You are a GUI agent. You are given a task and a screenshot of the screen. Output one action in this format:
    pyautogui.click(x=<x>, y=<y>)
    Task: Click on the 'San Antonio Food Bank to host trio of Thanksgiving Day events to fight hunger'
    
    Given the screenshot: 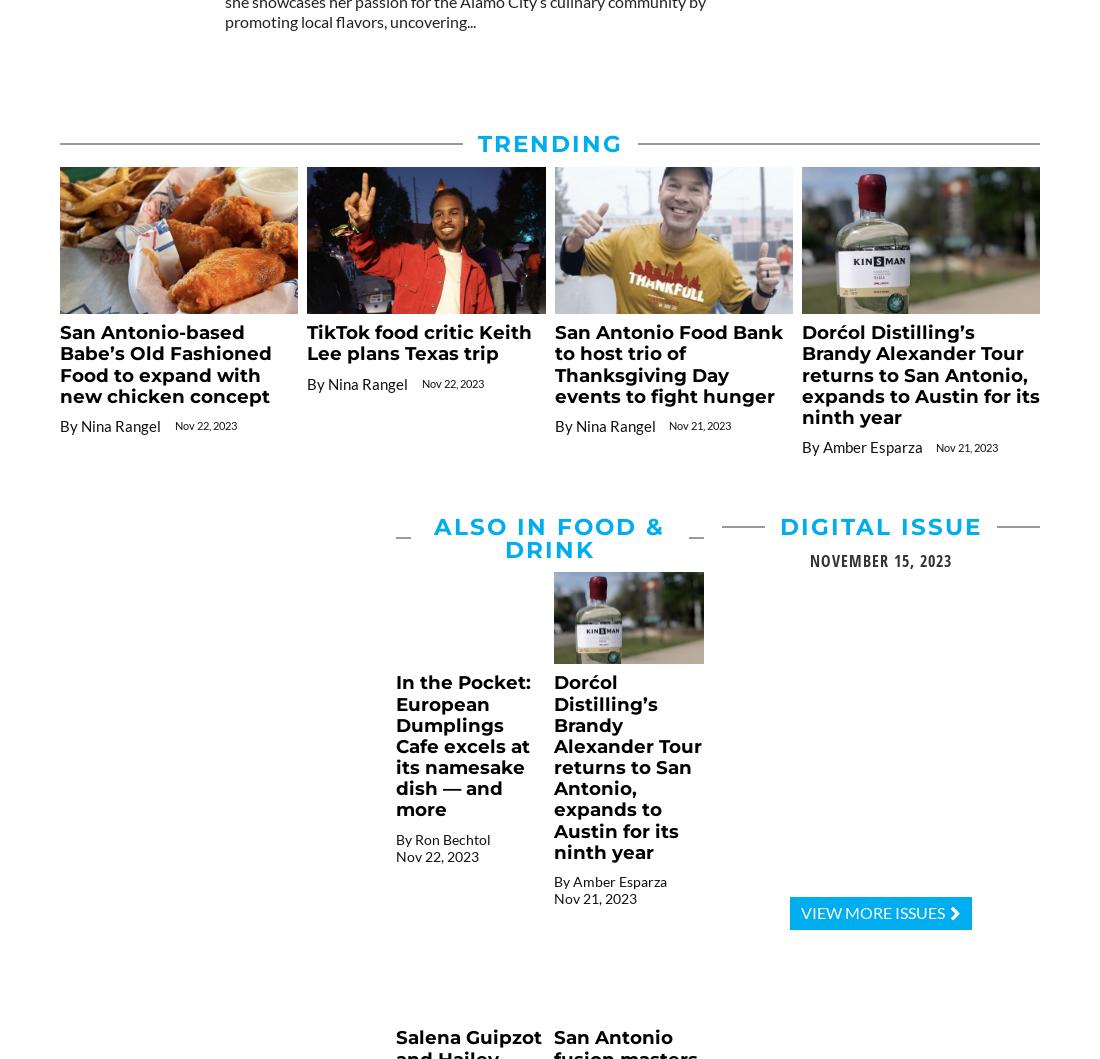 What is the action you would take?
    pyautogui.click(x=668, y=362)
    